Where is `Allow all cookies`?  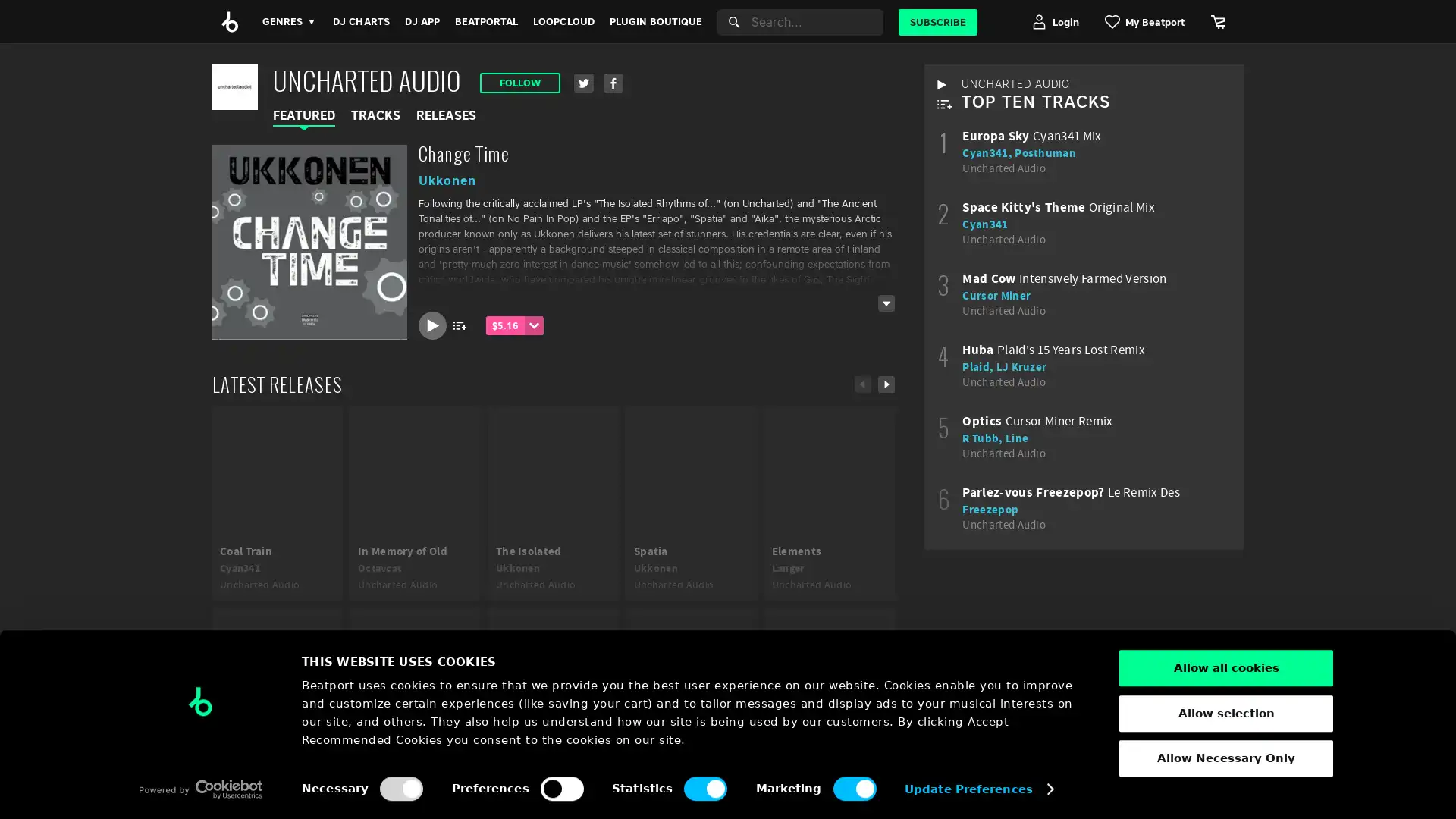 Allow all cookies is located at coordinates (1226, 667).